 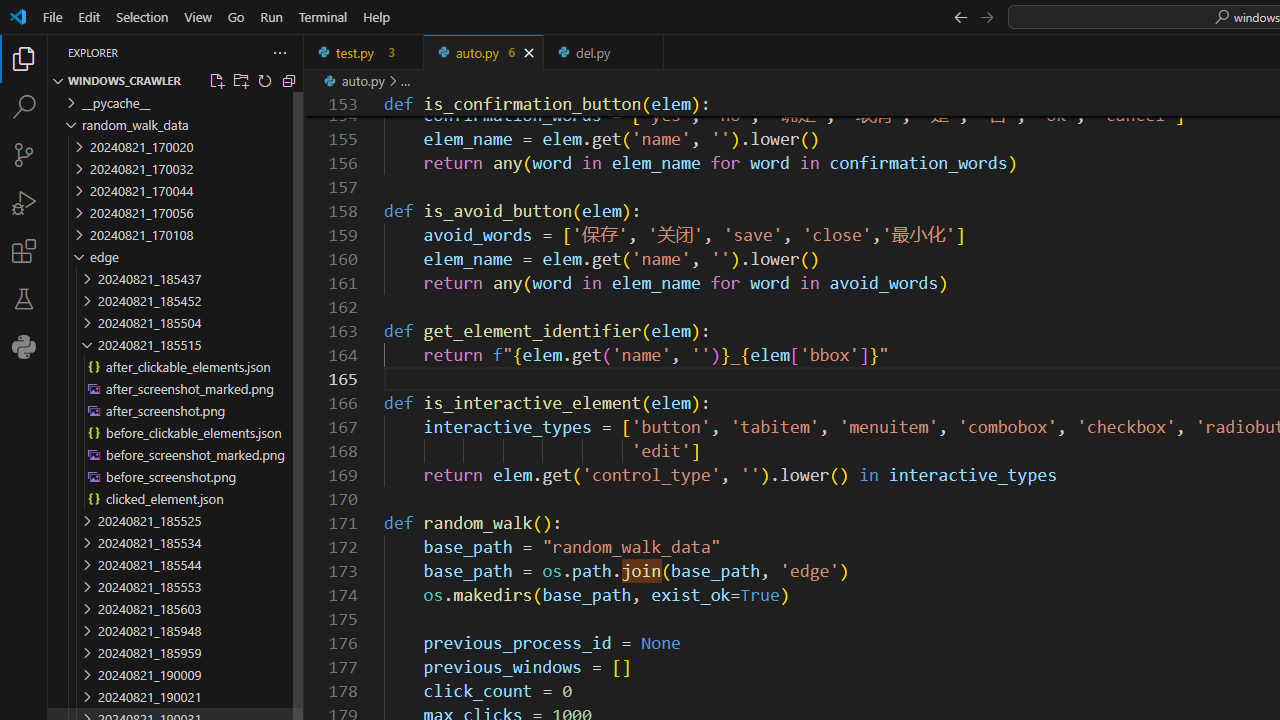 I want to click on 'Views and More Actions...', so click(x=278, y=51).